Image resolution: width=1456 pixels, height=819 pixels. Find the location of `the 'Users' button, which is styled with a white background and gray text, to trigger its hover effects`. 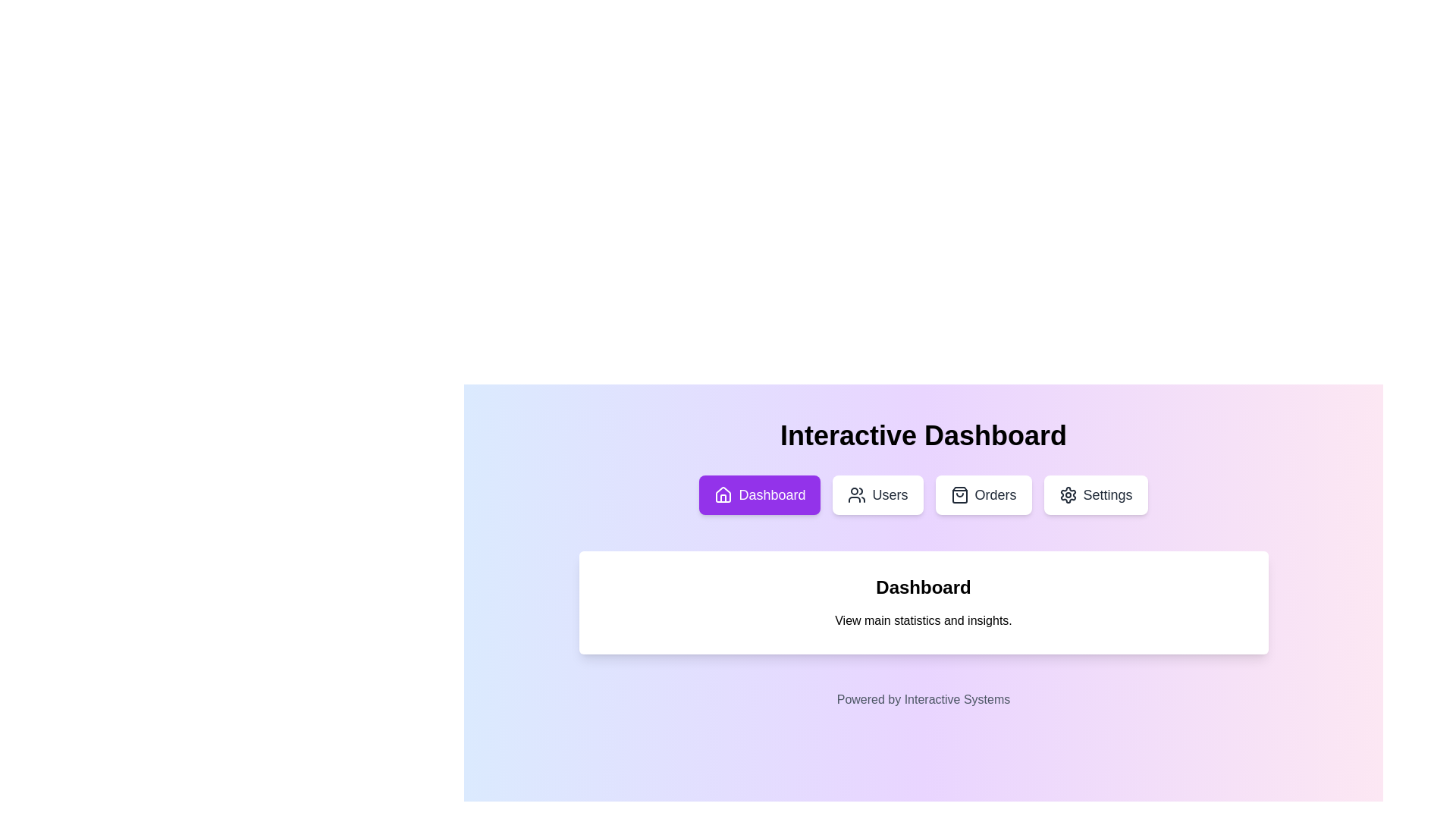

the 'Users' button, which is styled with a white background and gray text, to trigger its hover effects is located at coordinates (877, 494).